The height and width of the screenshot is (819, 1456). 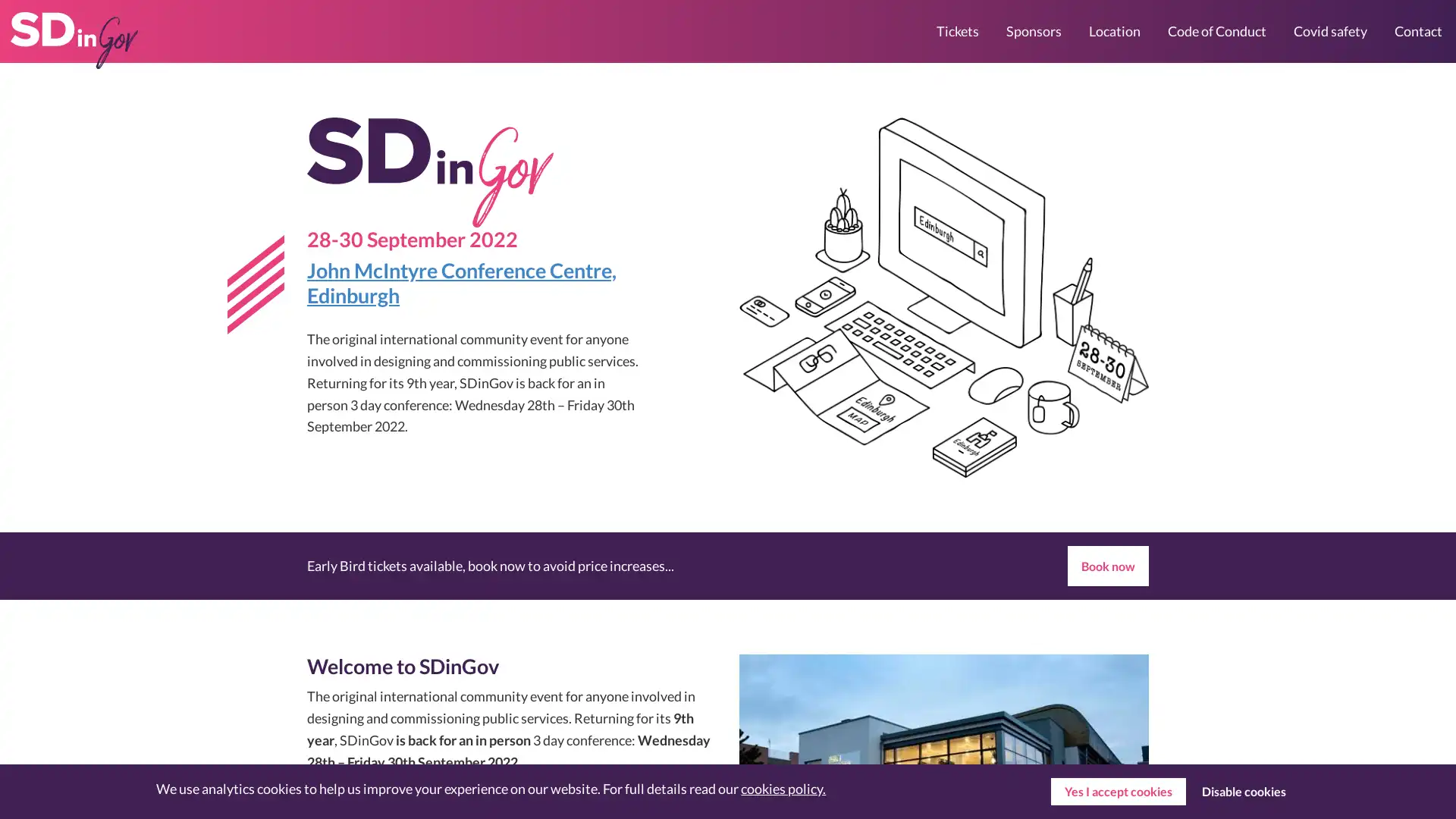 I want to click on Yes I accept cookies, so click(x=1117, y=791).